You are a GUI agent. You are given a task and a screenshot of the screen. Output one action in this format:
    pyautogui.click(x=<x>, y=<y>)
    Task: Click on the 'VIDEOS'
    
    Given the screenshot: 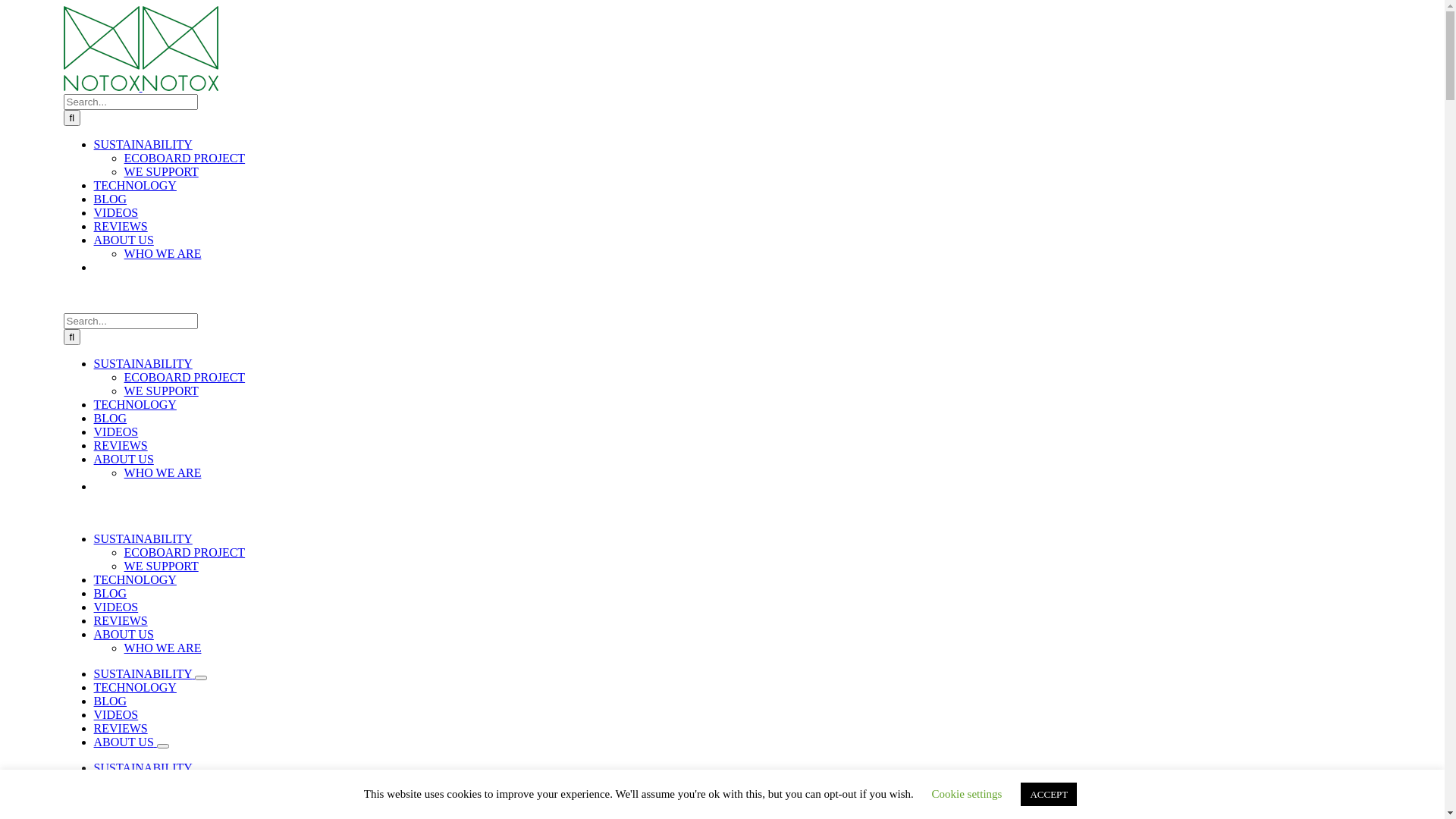 What is the action you would take?
    pyautogui.click(x=115, y=808)
    